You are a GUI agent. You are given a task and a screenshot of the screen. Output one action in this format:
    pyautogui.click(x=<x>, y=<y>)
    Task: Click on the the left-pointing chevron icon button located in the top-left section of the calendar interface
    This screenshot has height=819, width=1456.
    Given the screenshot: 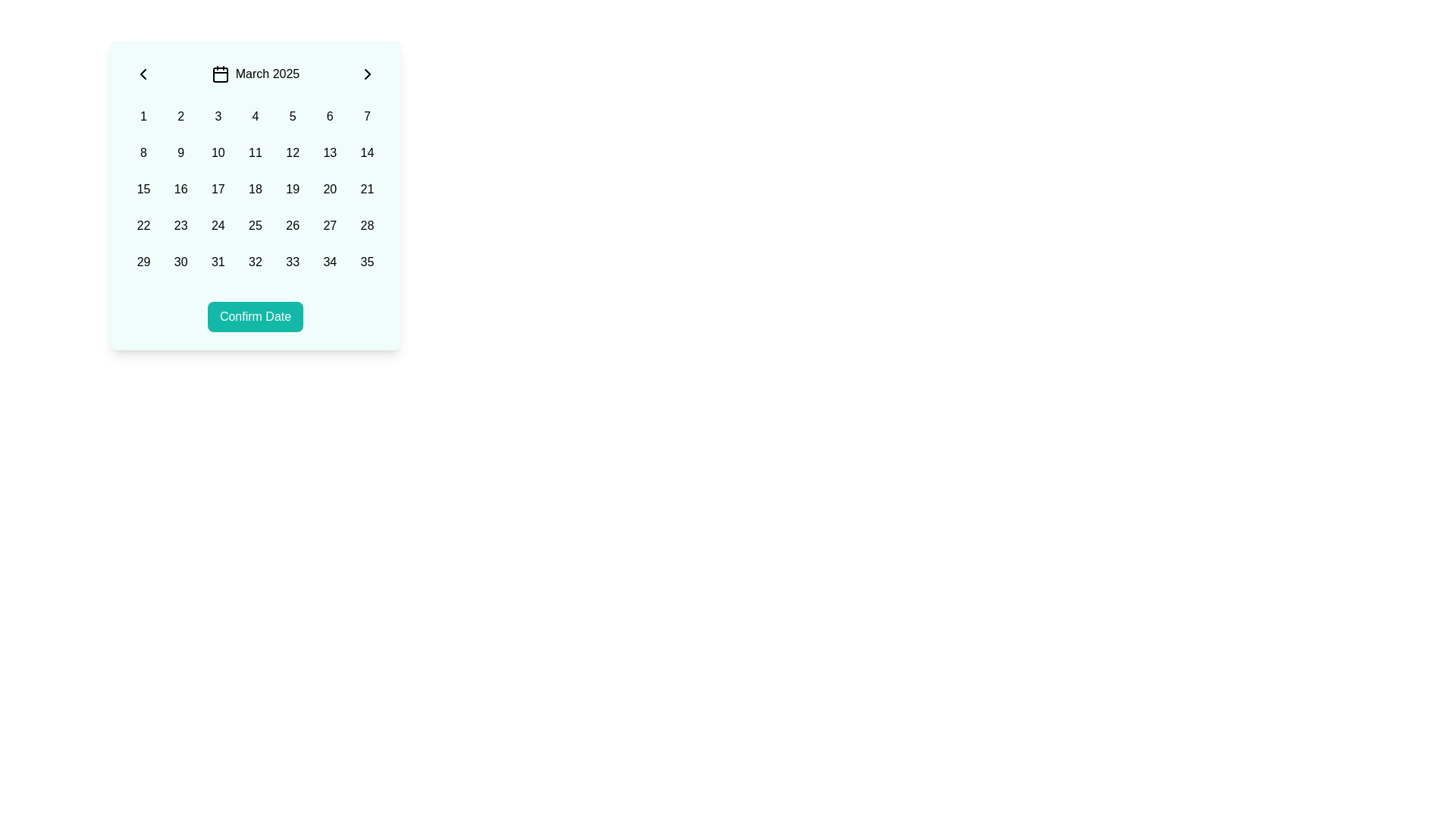 What is the action you would take?
    pyautogui.click(x=143, y=74)
    